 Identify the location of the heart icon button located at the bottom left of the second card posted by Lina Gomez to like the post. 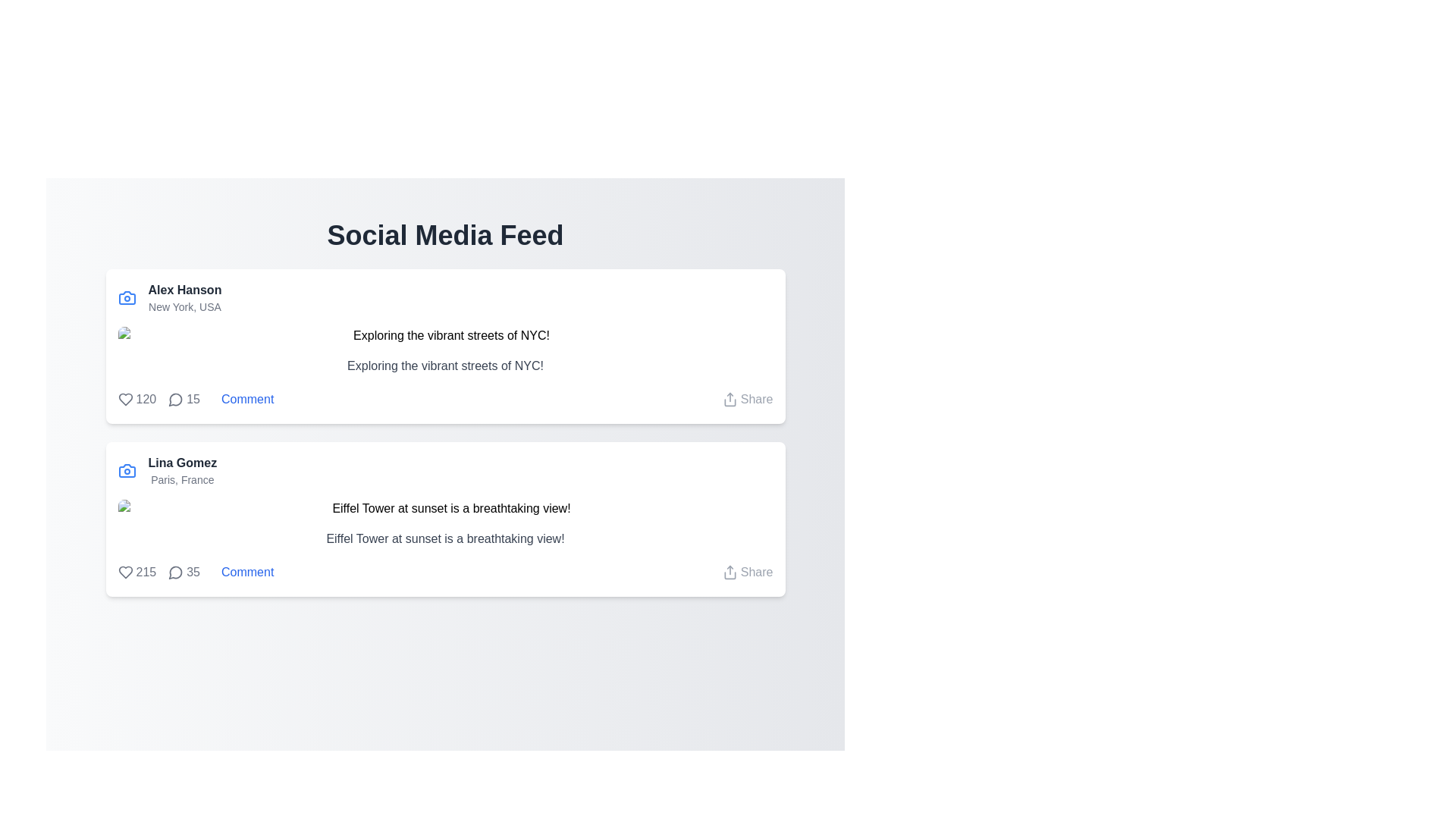
(125, 573).